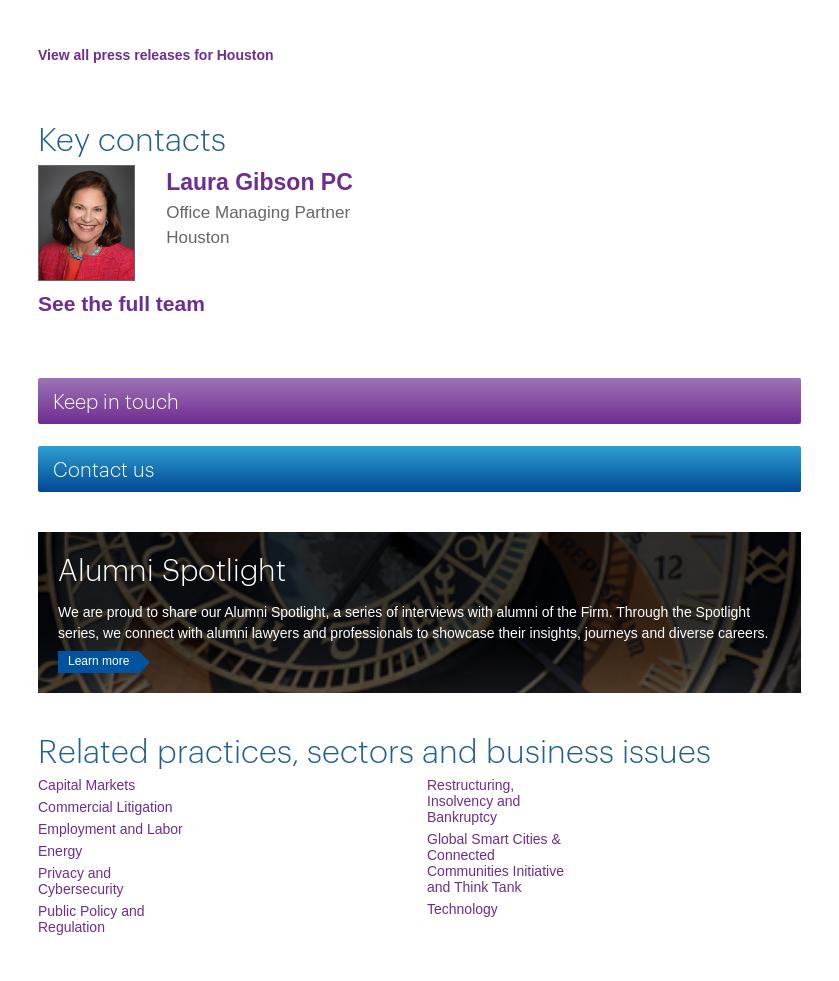  I want to click on 'Laura Gibson PC', so click(166, 180).